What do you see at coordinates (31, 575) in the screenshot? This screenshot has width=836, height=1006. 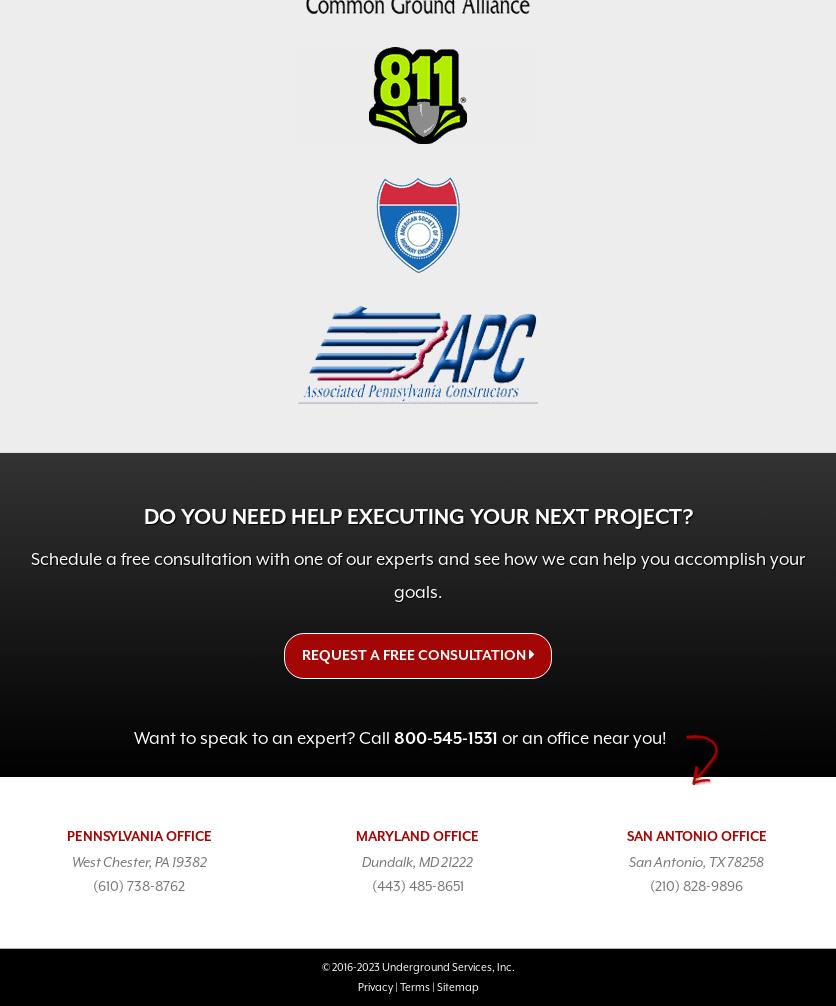 I see `'Schedule a free consultation with one of our experts and see how we can help you accomplish your goals.'` at bounding box center [31, 575].